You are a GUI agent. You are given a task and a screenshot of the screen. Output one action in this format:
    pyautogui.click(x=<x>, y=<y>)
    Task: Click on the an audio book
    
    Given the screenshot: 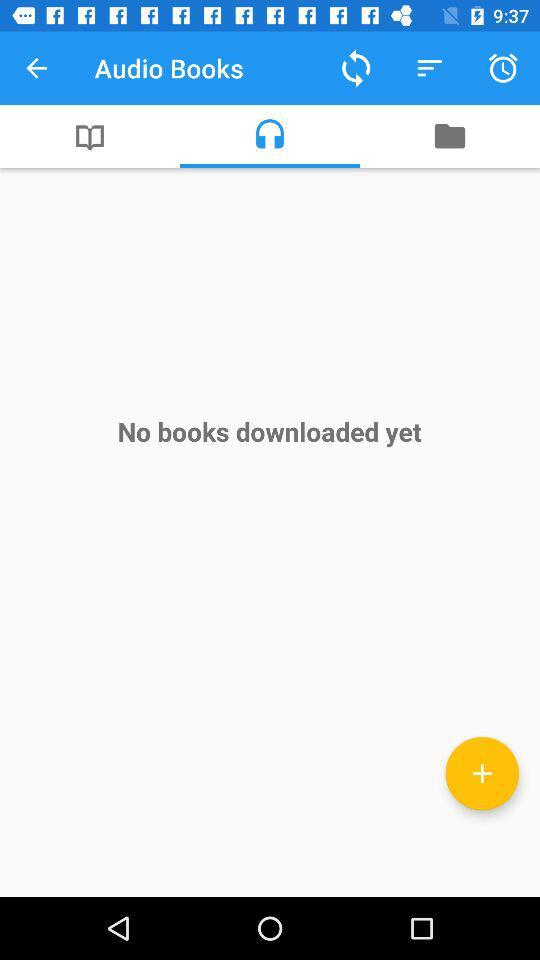 What is the action you would take?
    pyautogui.click(x=481, y=772)
    